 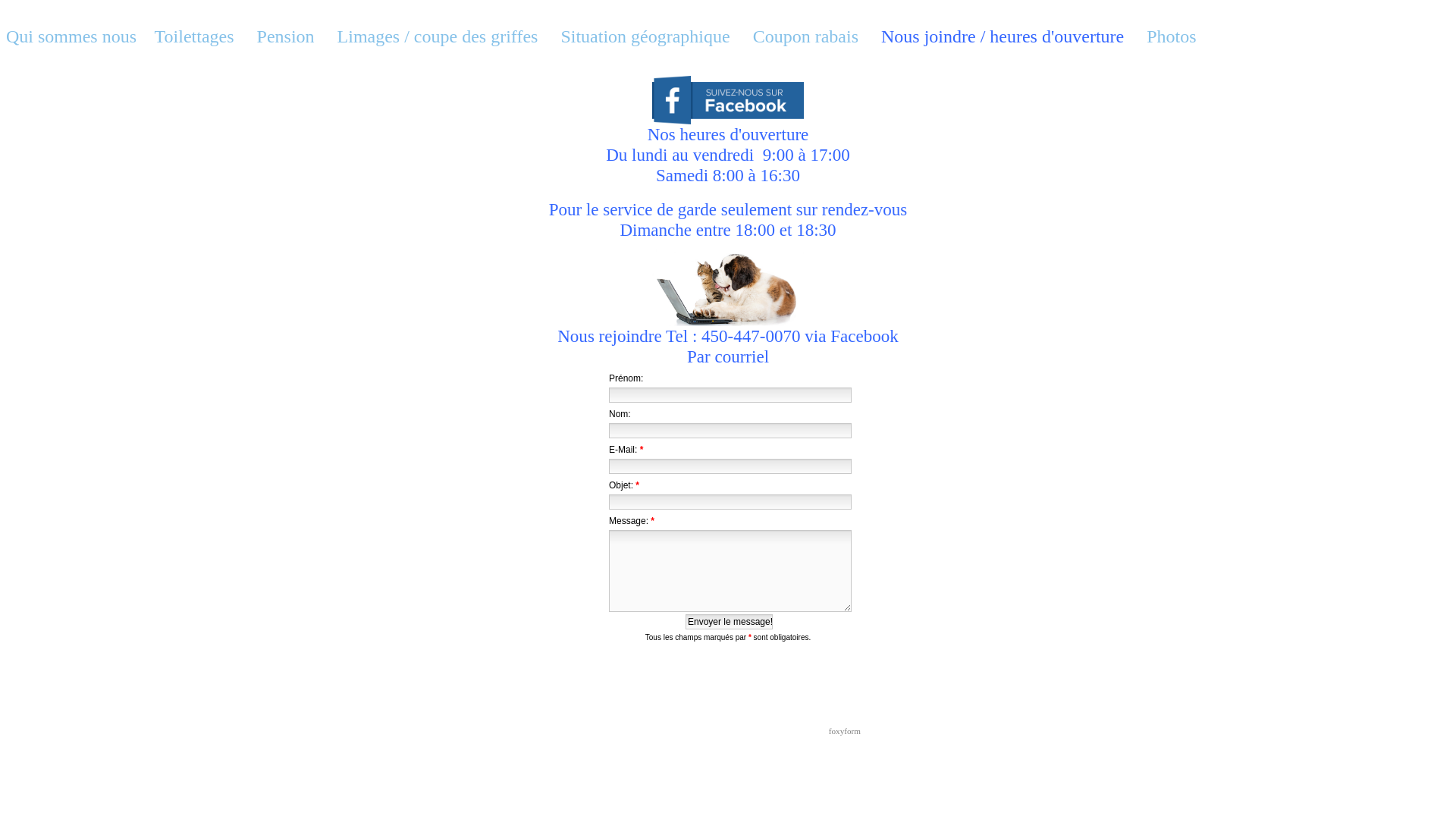 I want to click on 'Pension', so click(x=284, y=35).